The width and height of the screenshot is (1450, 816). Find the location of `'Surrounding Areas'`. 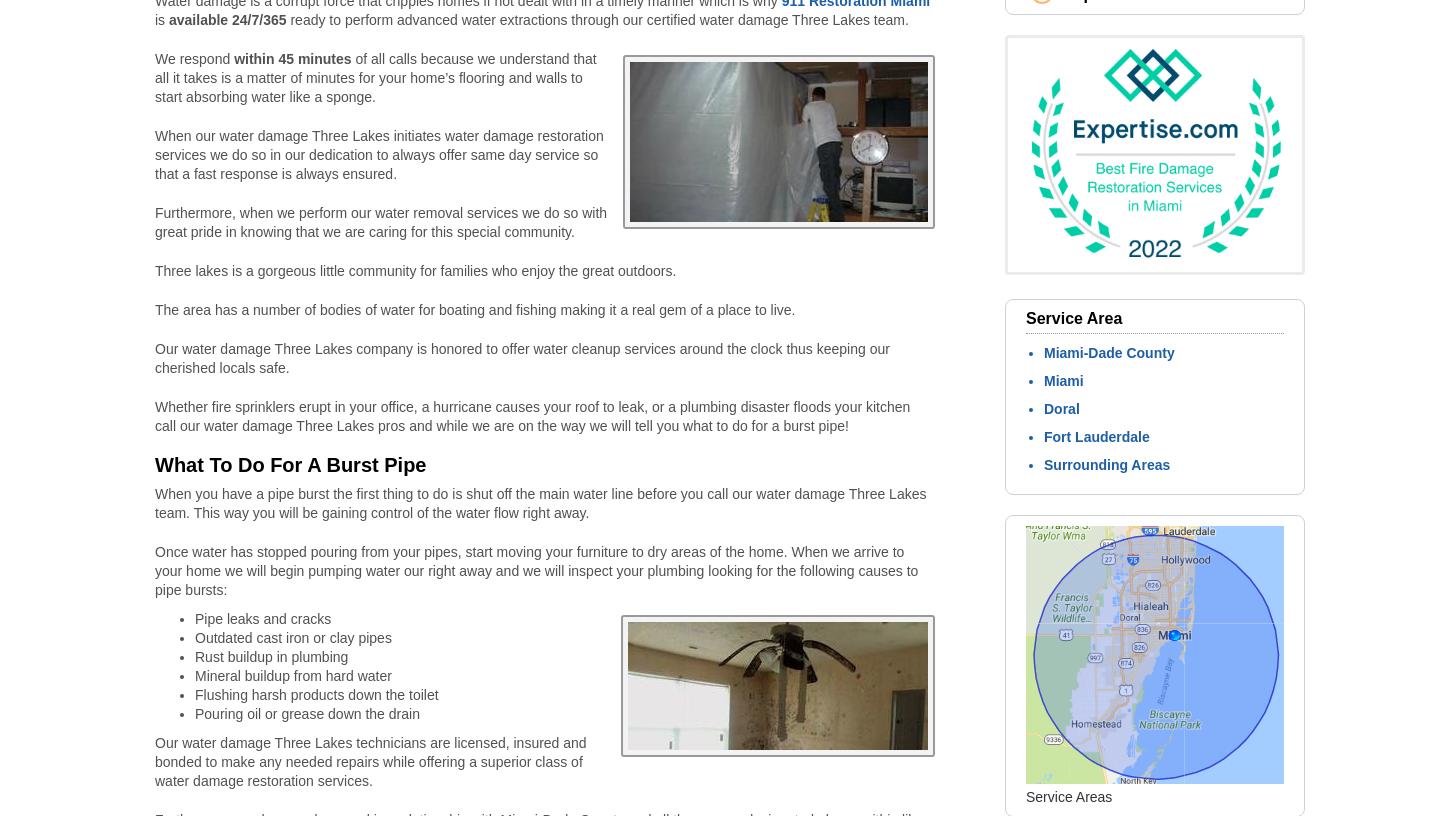

'Surrounding Areas' is located at coordinates (1044, 464).